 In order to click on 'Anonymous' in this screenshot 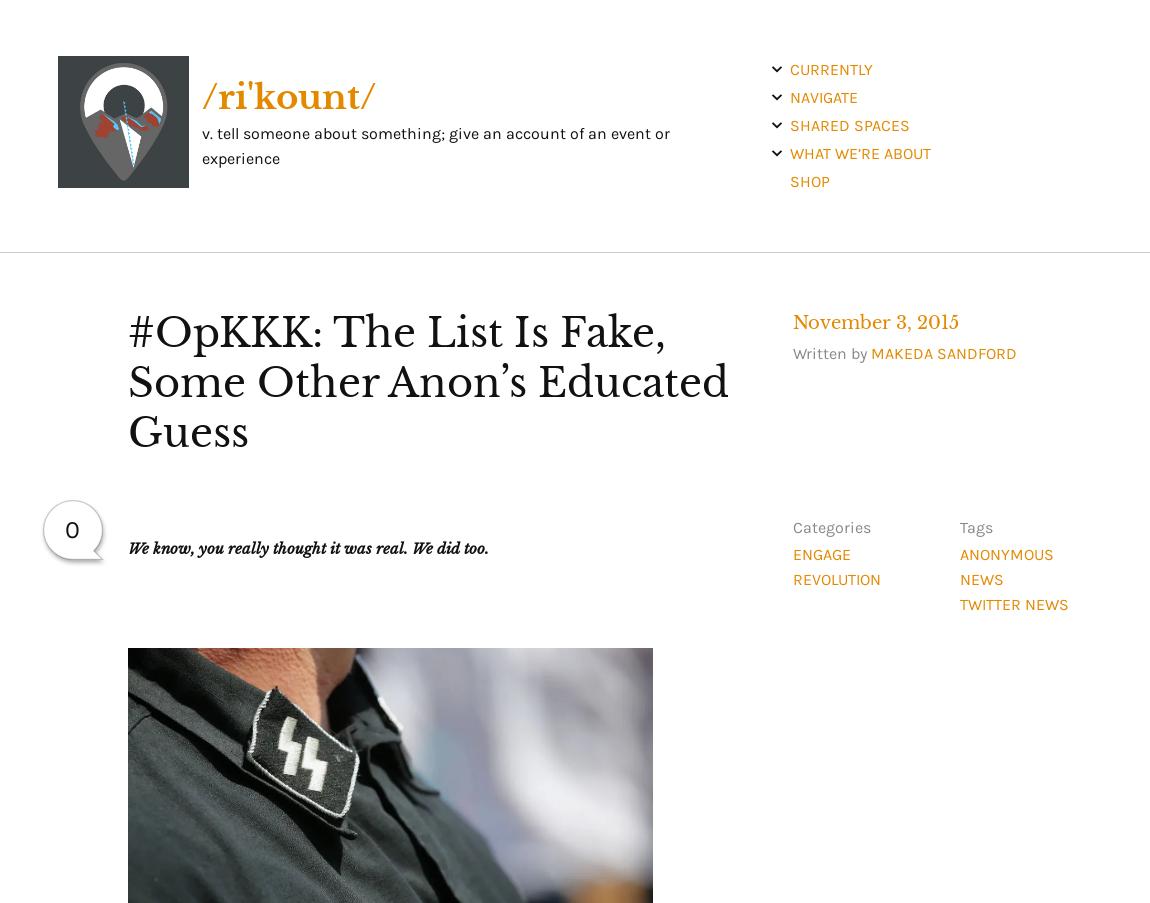, I will do `click(1006, 552)`.